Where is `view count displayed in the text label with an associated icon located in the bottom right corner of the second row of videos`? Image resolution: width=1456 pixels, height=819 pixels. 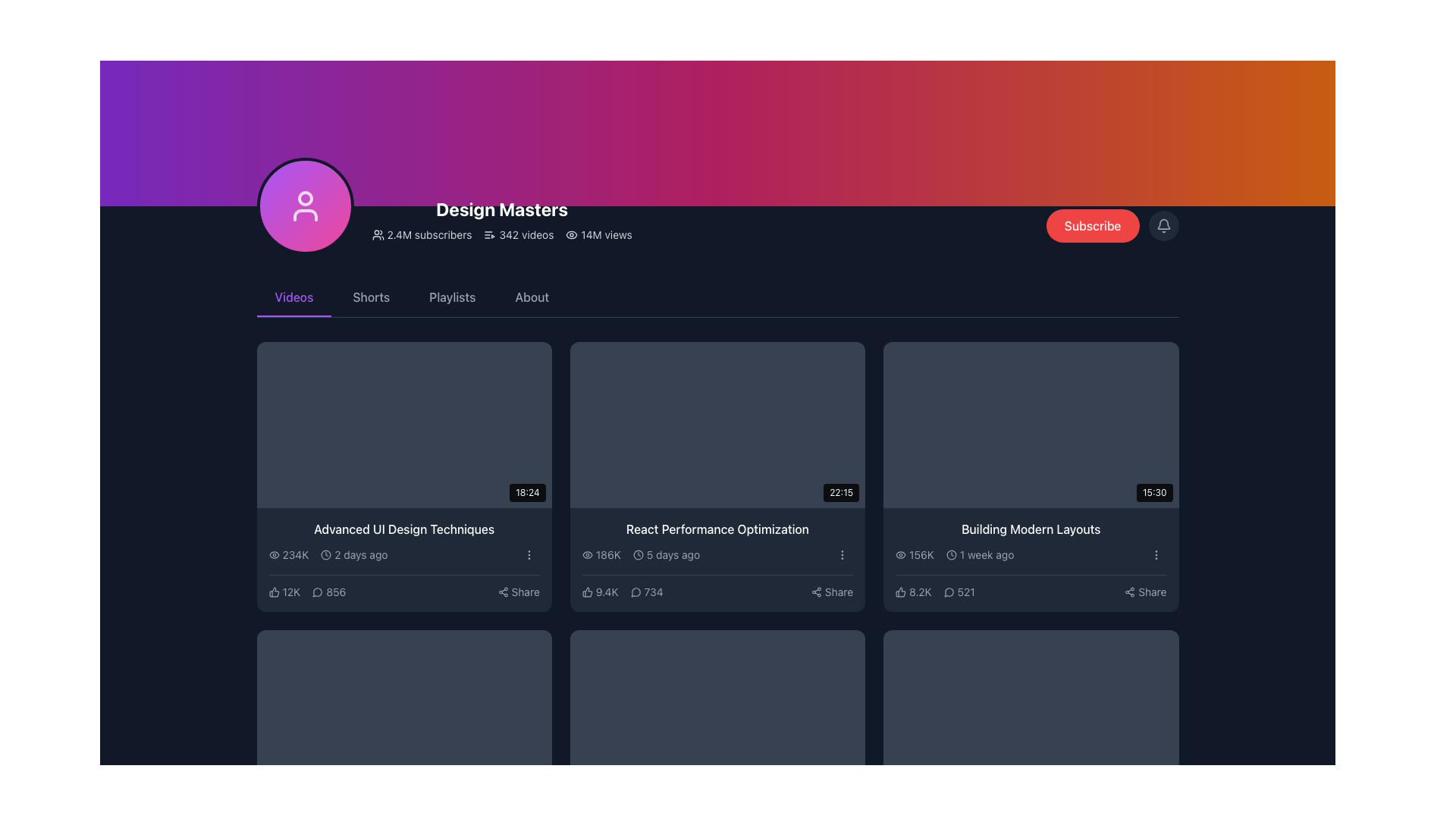 view count displayed in the text label with an associated icon located in the bottom right corner of the second row of videos is located at coordinates (914, 555).